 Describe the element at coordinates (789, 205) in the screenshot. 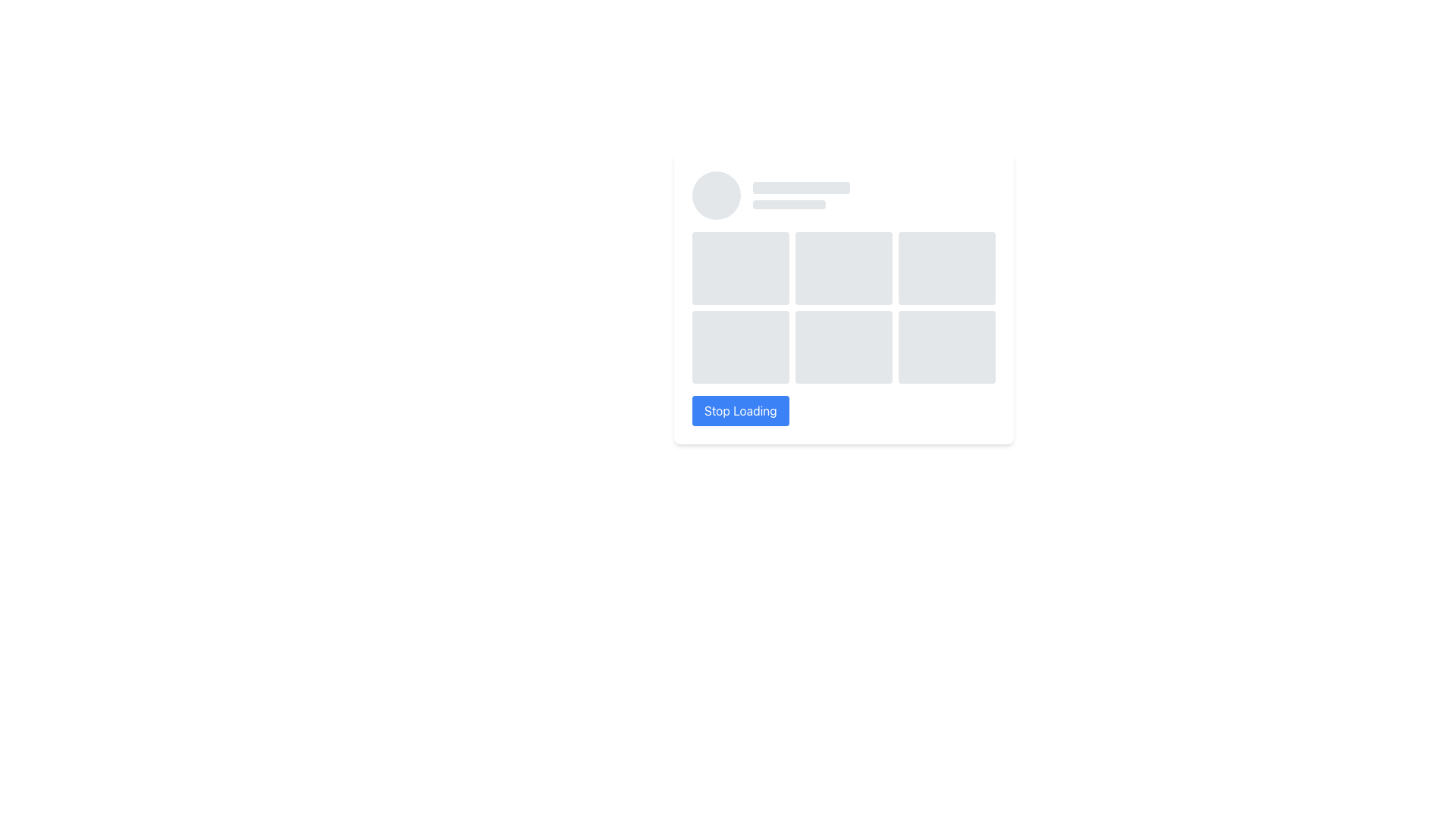

I see `the Loading placeholder located below the larger gray placeholder at the top-left corner of the visible card` at that location.